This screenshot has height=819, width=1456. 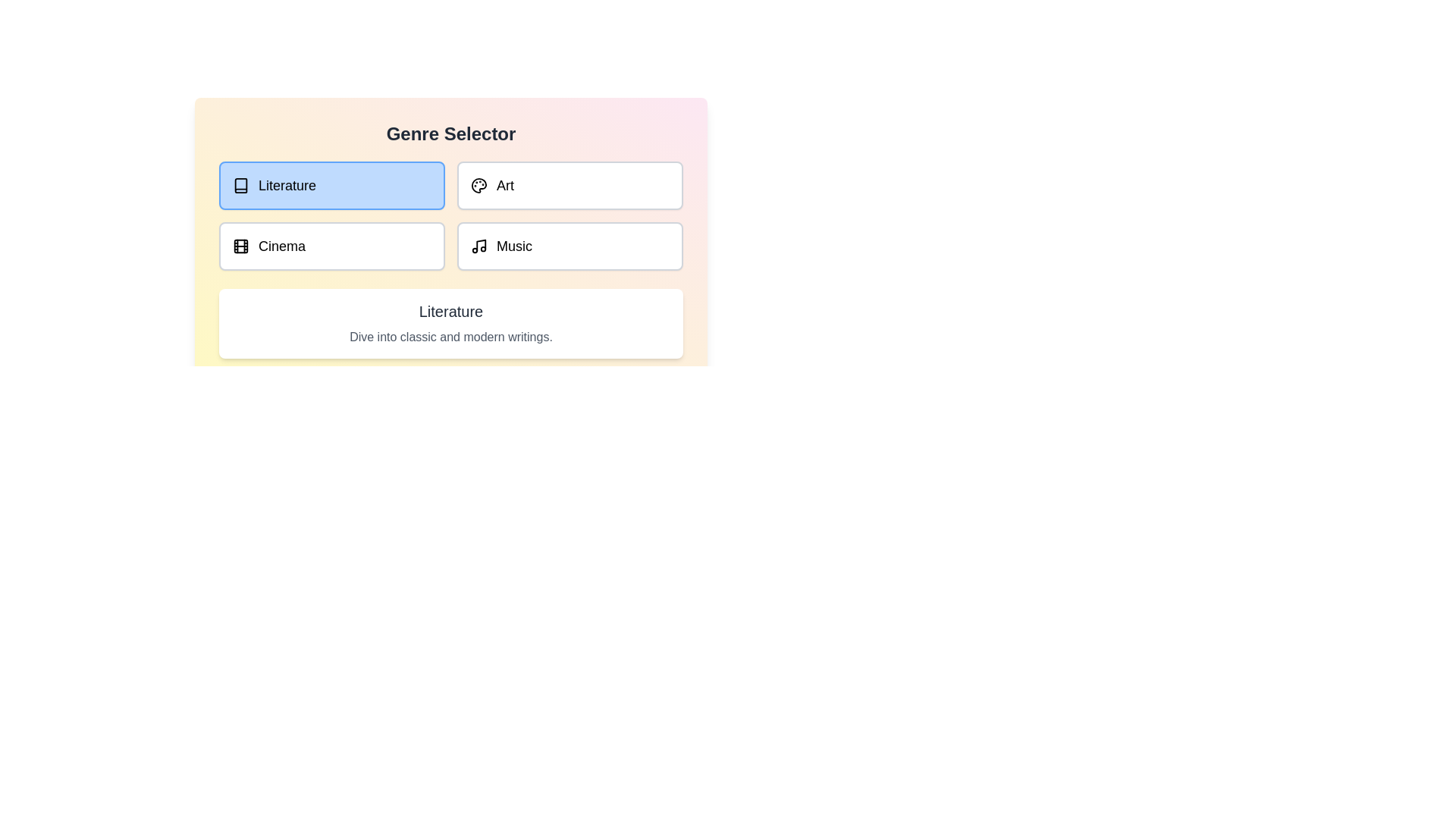 What do you see at coordinates (570, 245) in the screenshot?
I see `the 'Music' genre button located in the bottom-right corner of the Genre Selector section` at bounding box center [570, 245].